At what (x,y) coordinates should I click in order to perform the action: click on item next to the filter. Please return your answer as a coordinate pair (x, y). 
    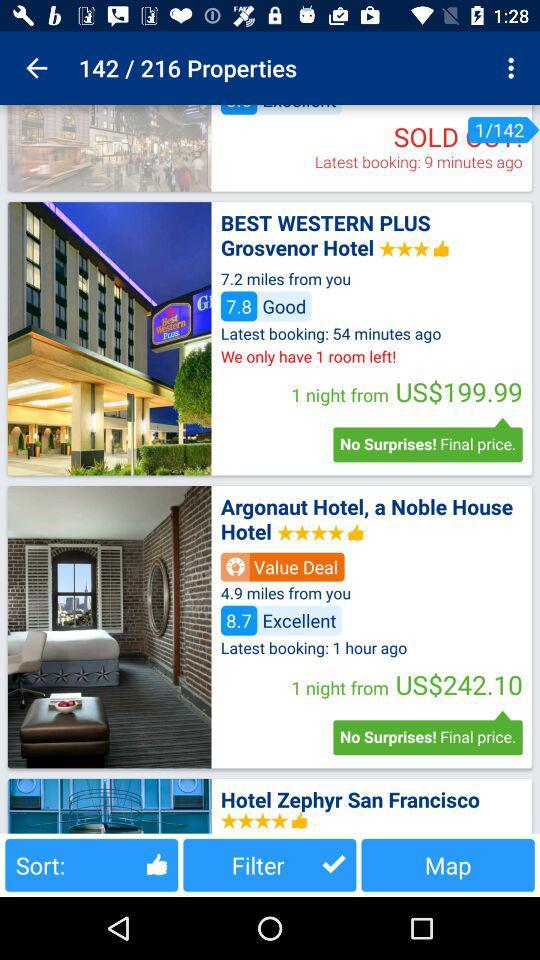
    Looking at the image, I should click on (448, 864).